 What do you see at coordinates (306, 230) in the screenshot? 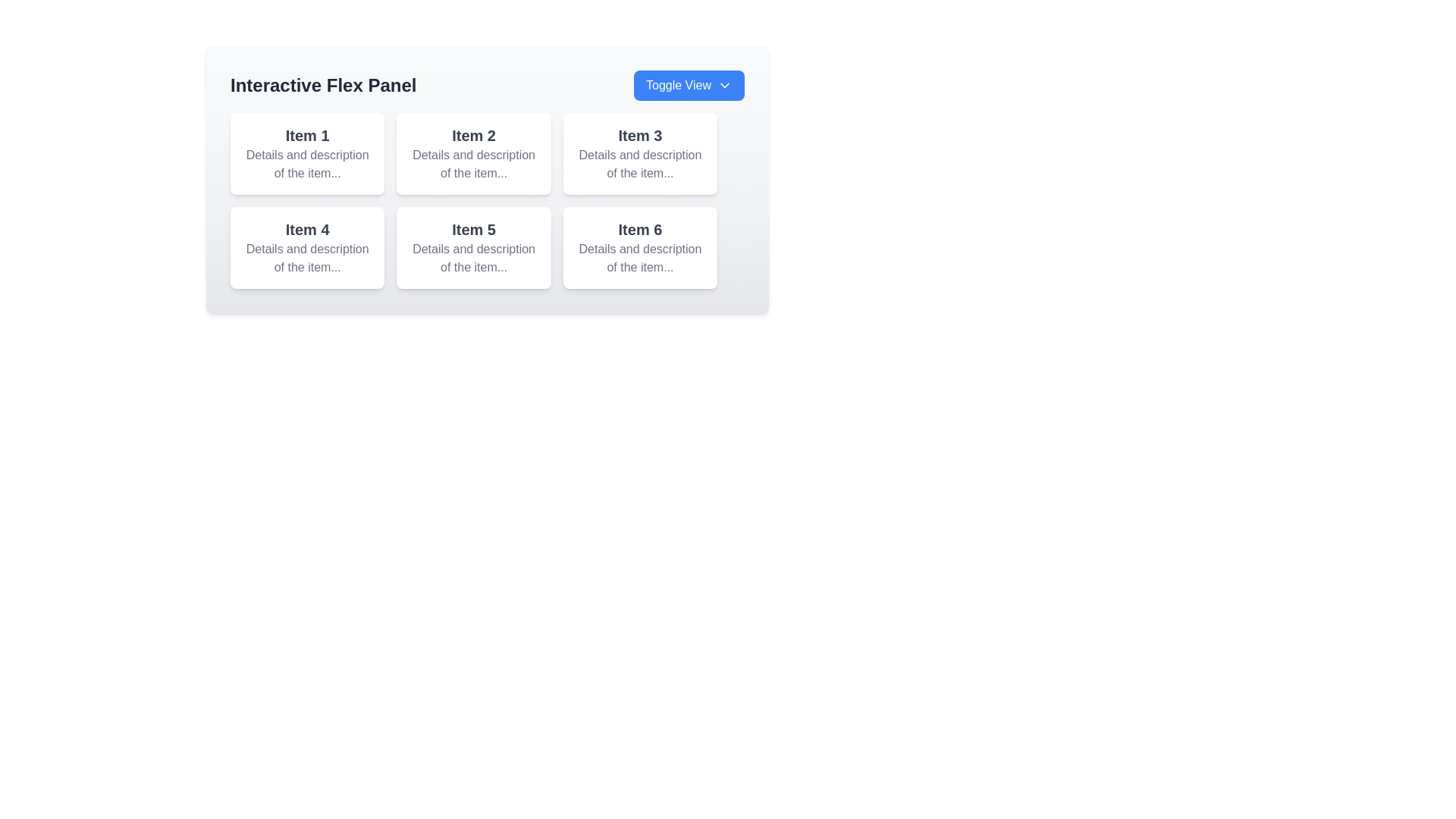
I see `the text label located in the second row and first column of the grid layout under the 'Interactive Flex Panel'` at bounding box center [306, 230].